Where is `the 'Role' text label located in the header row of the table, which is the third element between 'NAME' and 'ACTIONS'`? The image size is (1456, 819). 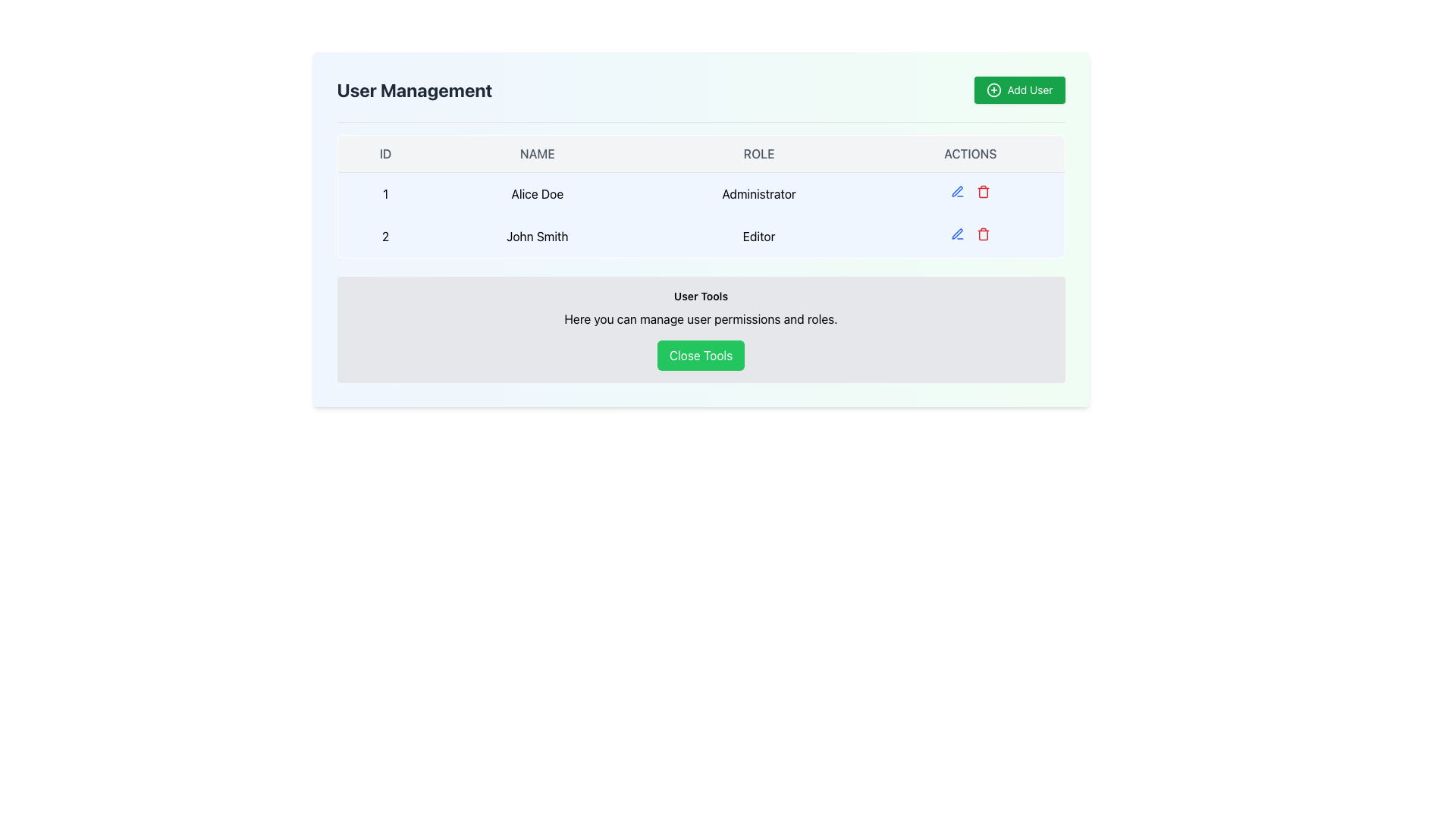 the 'Role' text label located in the header row of the table, which is the third element between 'NAME' and 'ACTIONS' is located at coordinates (759, 154).